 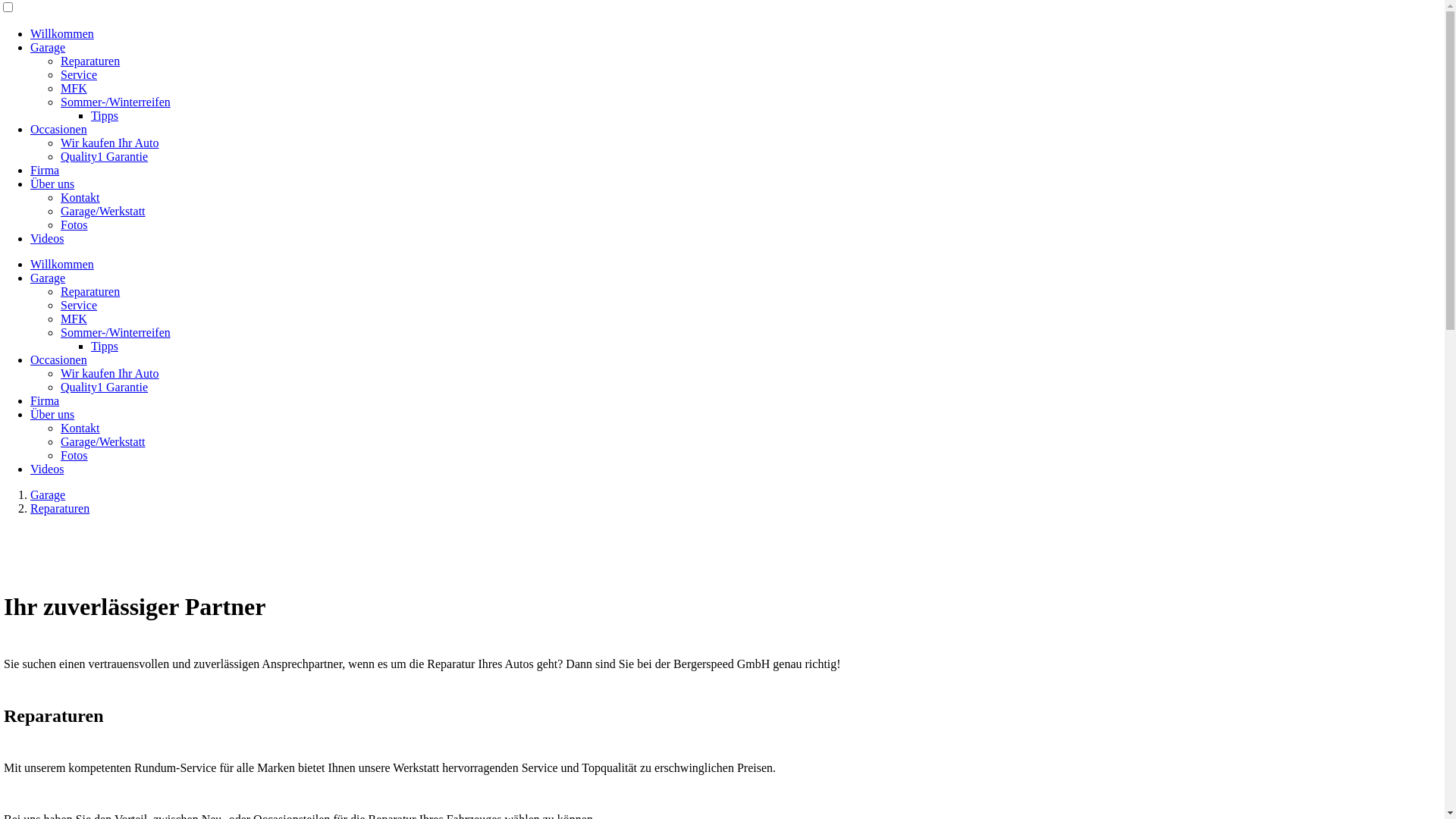 What do you see at coordinates (30, 170) in the screenshot?
I see `'Firma'` at bounding box center [30, 170].